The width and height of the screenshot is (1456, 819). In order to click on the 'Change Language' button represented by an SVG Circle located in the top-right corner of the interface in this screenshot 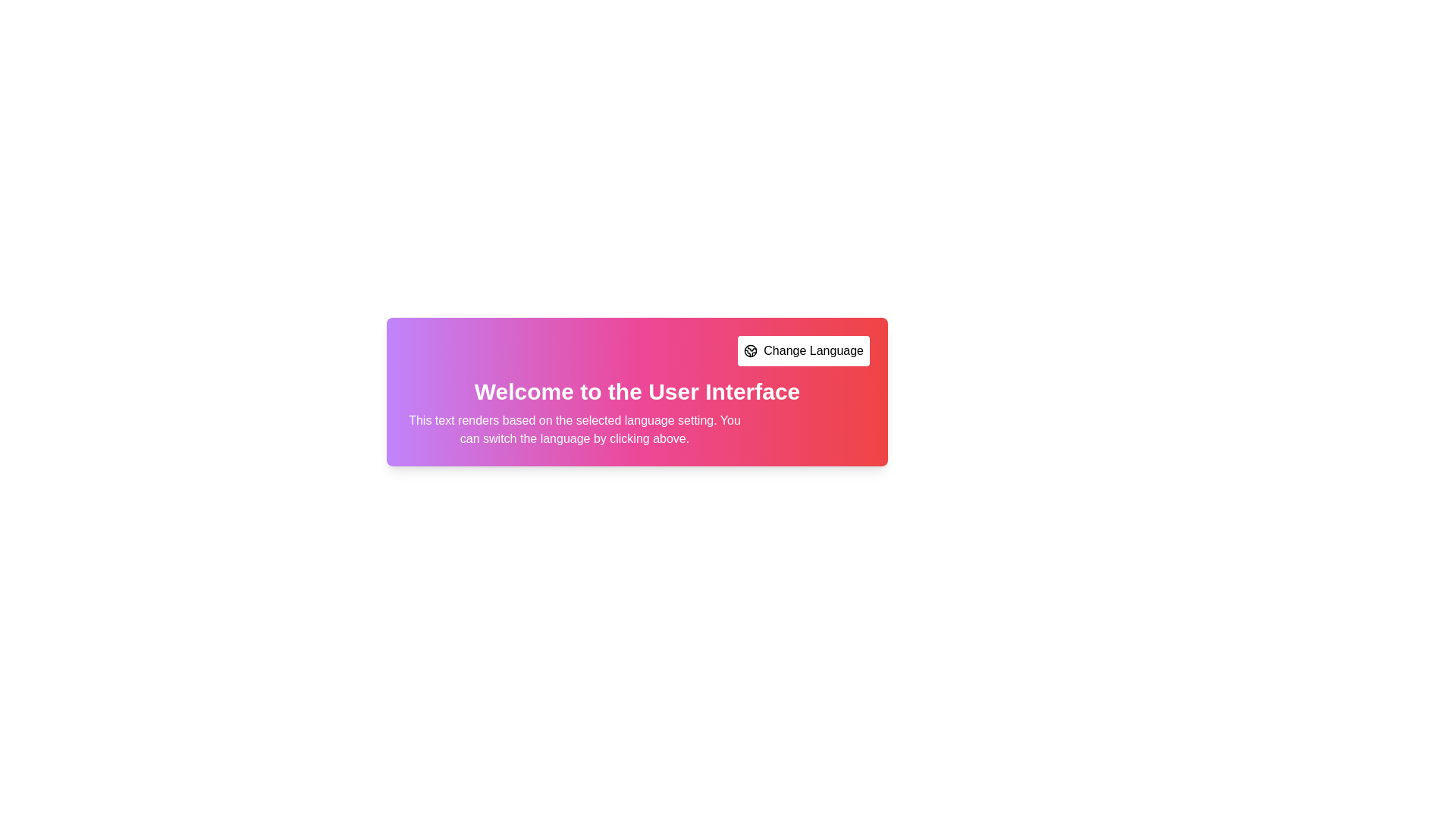, I will do `click(751, 350)`.